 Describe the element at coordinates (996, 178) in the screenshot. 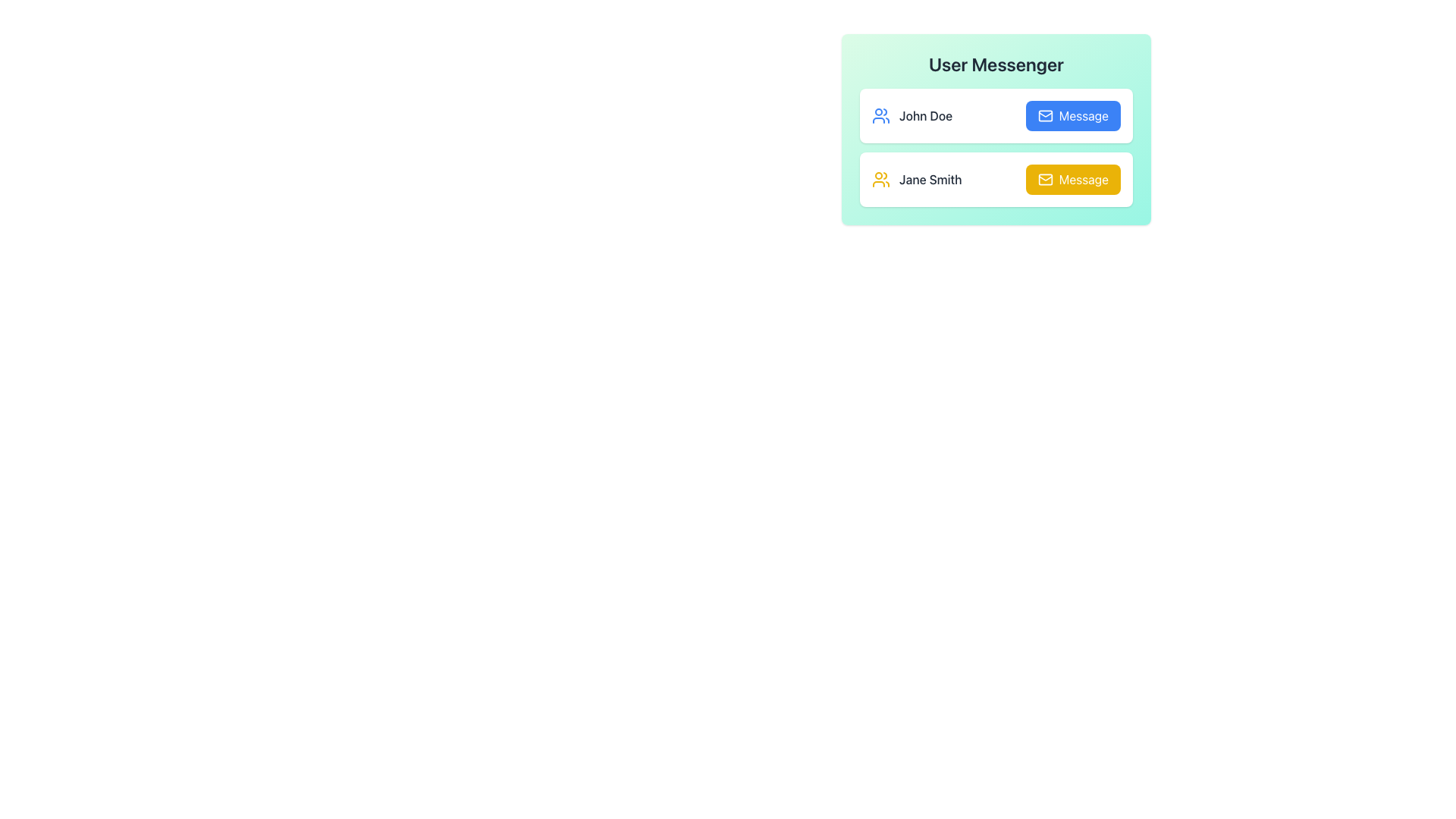

I see `the contact entry for 'Jane Smith'` at that location.